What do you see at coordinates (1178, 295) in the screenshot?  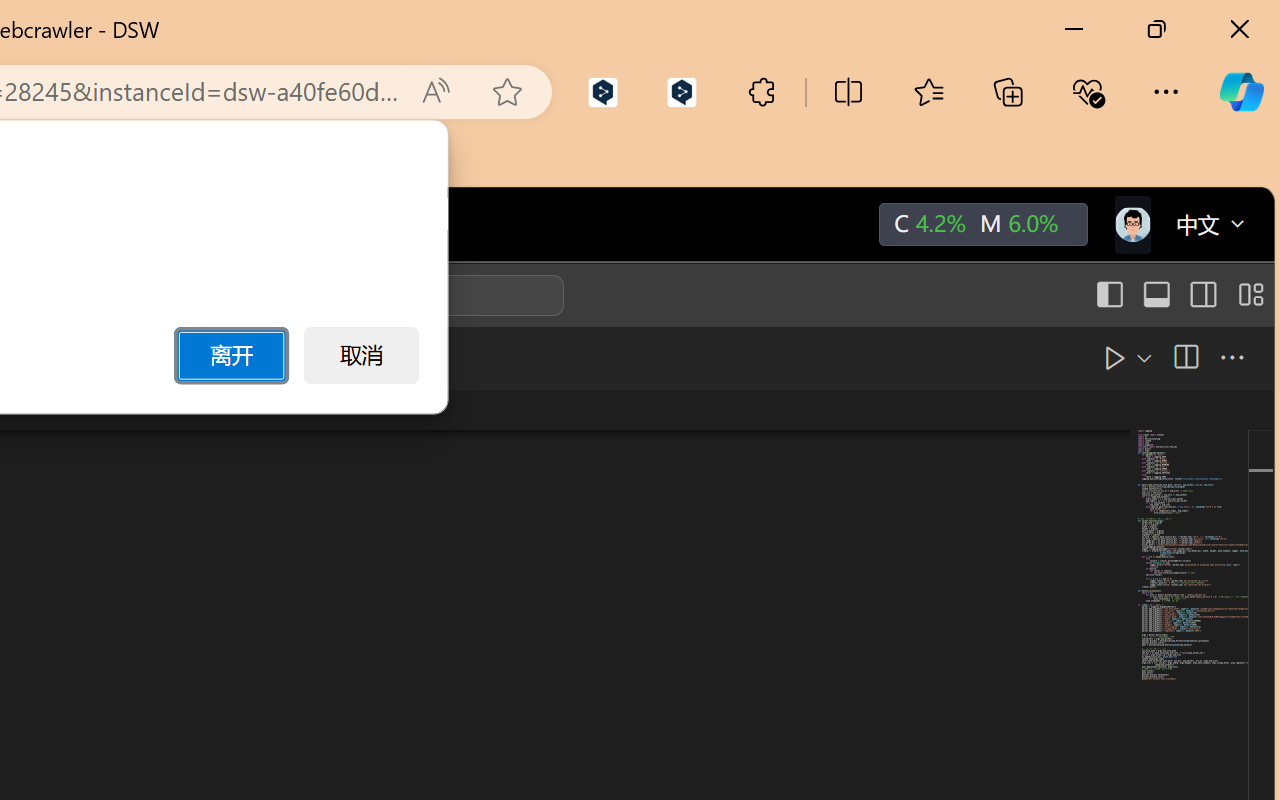 I see `'Title actions'` at bounding box center [1178, 295].